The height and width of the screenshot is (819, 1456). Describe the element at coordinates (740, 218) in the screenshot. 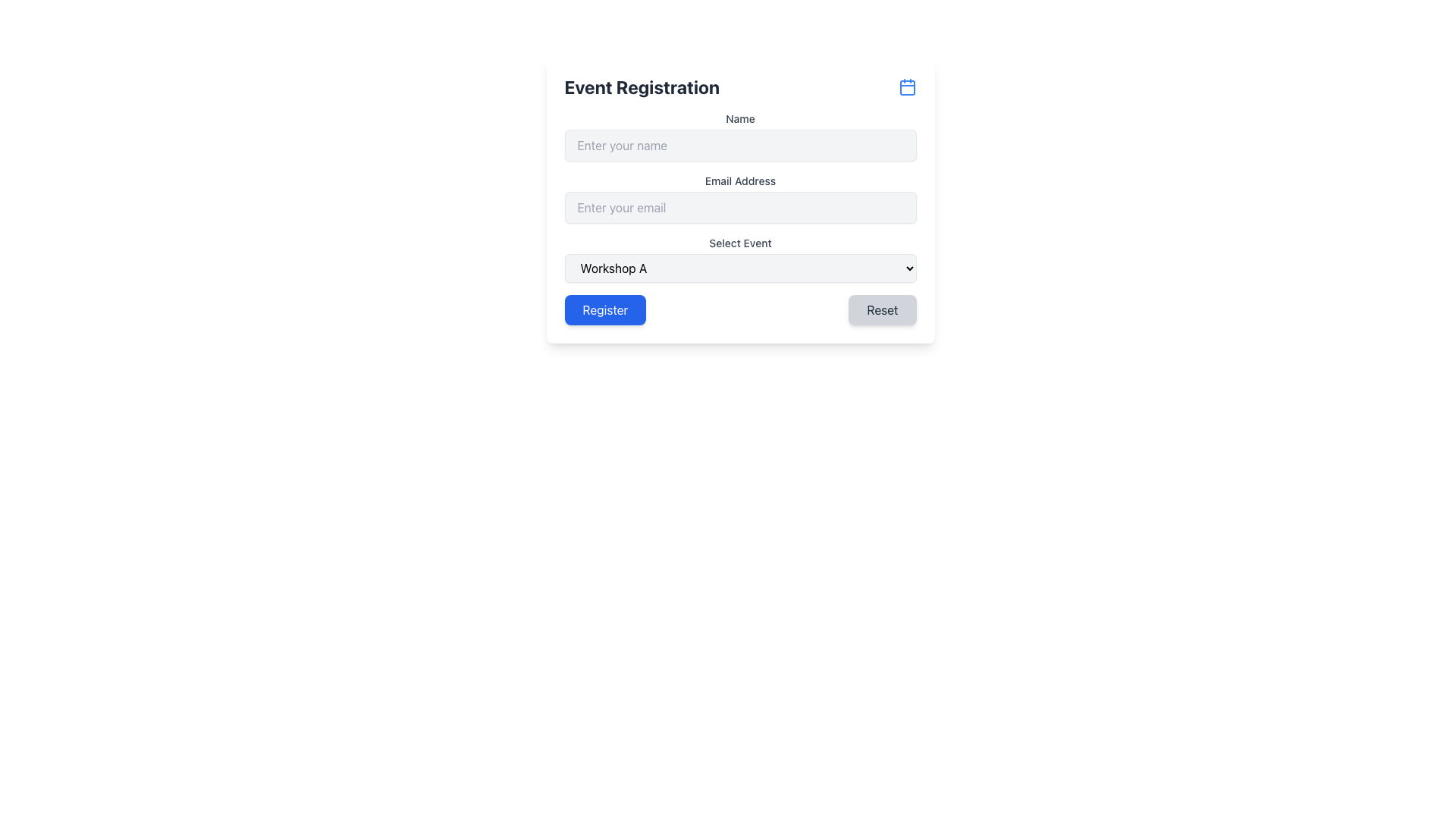

I see `the input fields or dropdown menu in the Event Registration form to provide or select data` at that location.